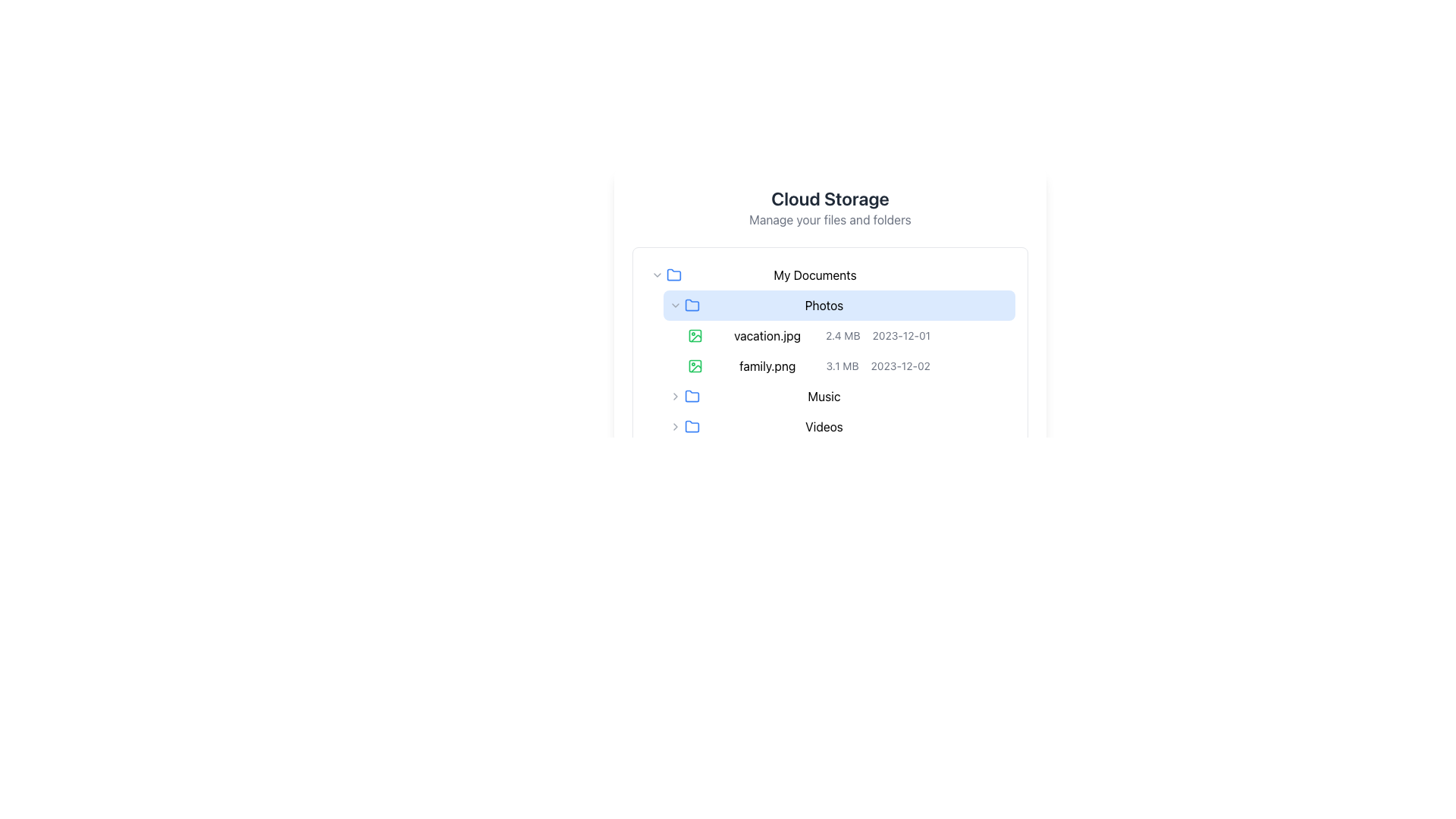 The width and height of the screenshot is (1456, 819). What do you see at coordinates (829, 427) in the screenshot?
I see `the 'Videos' text label located at the bottom of the file browser interface, beneath 'Music'` at bounding box center [829, 427].